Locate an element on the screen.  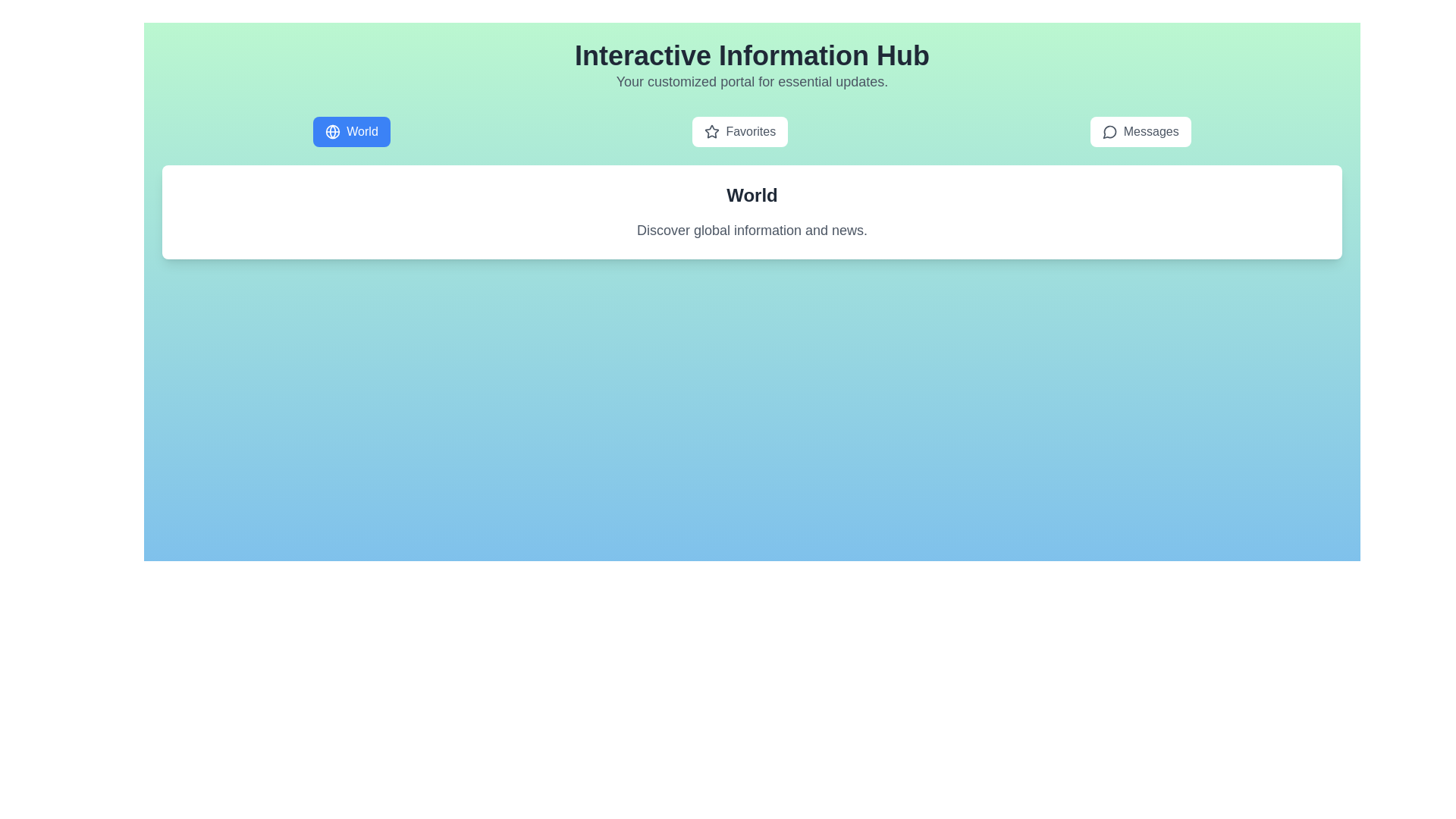
the Favorites tab to select it is located at coordinates (739, 130).